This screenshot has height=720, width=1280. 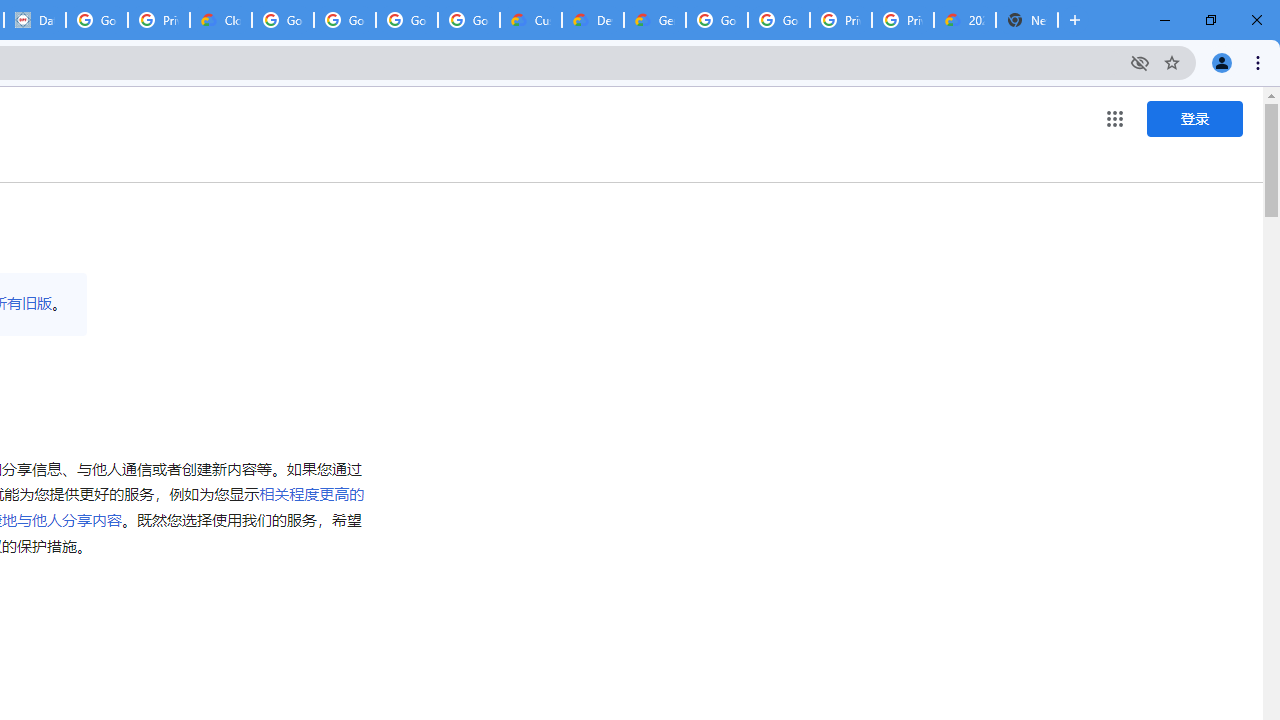 I want to click on 'New Tab', so click(x=1027, y=20).